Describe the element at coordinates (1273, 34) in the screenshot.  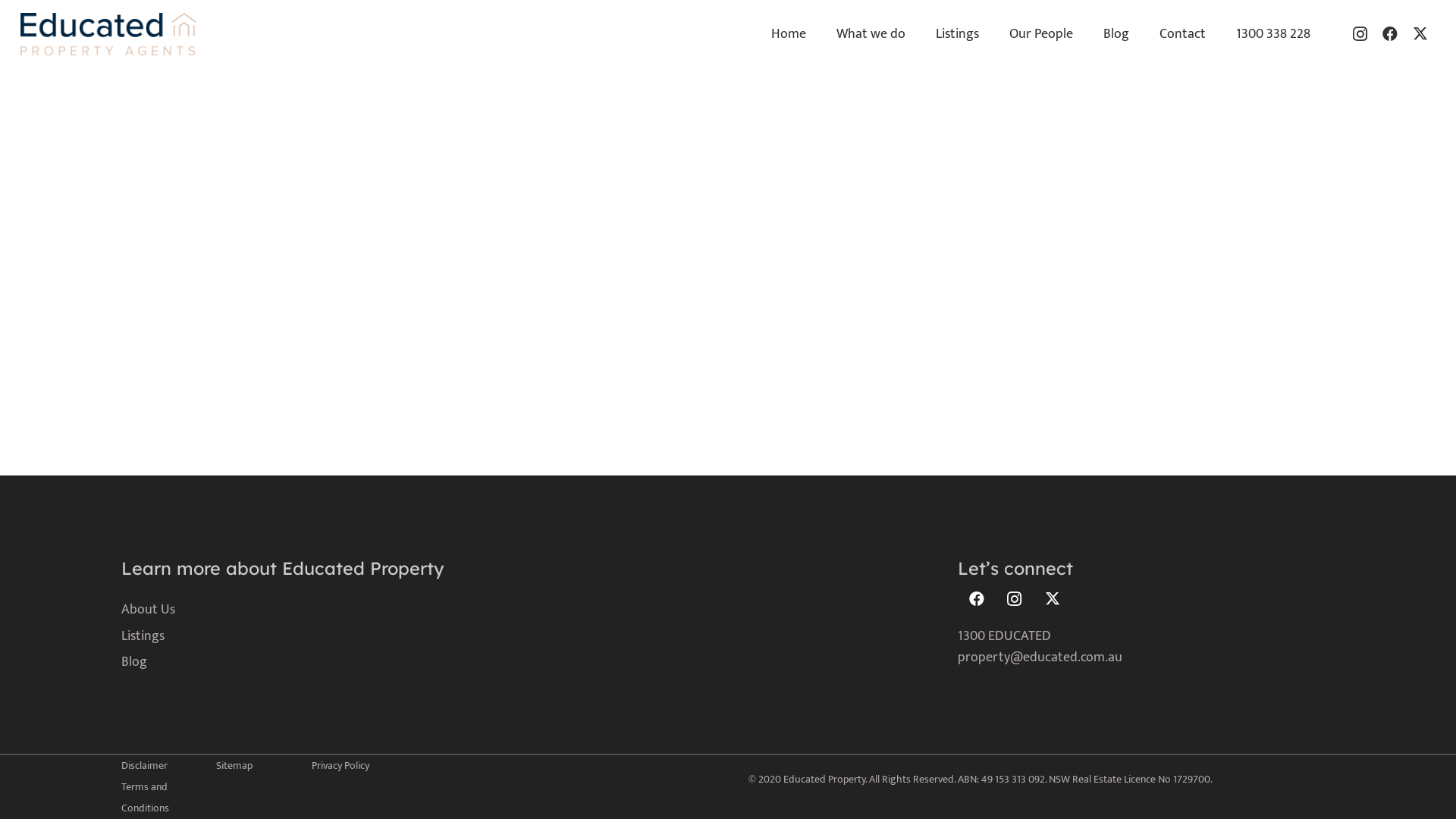
I see `'1300 338 228'` at that location.